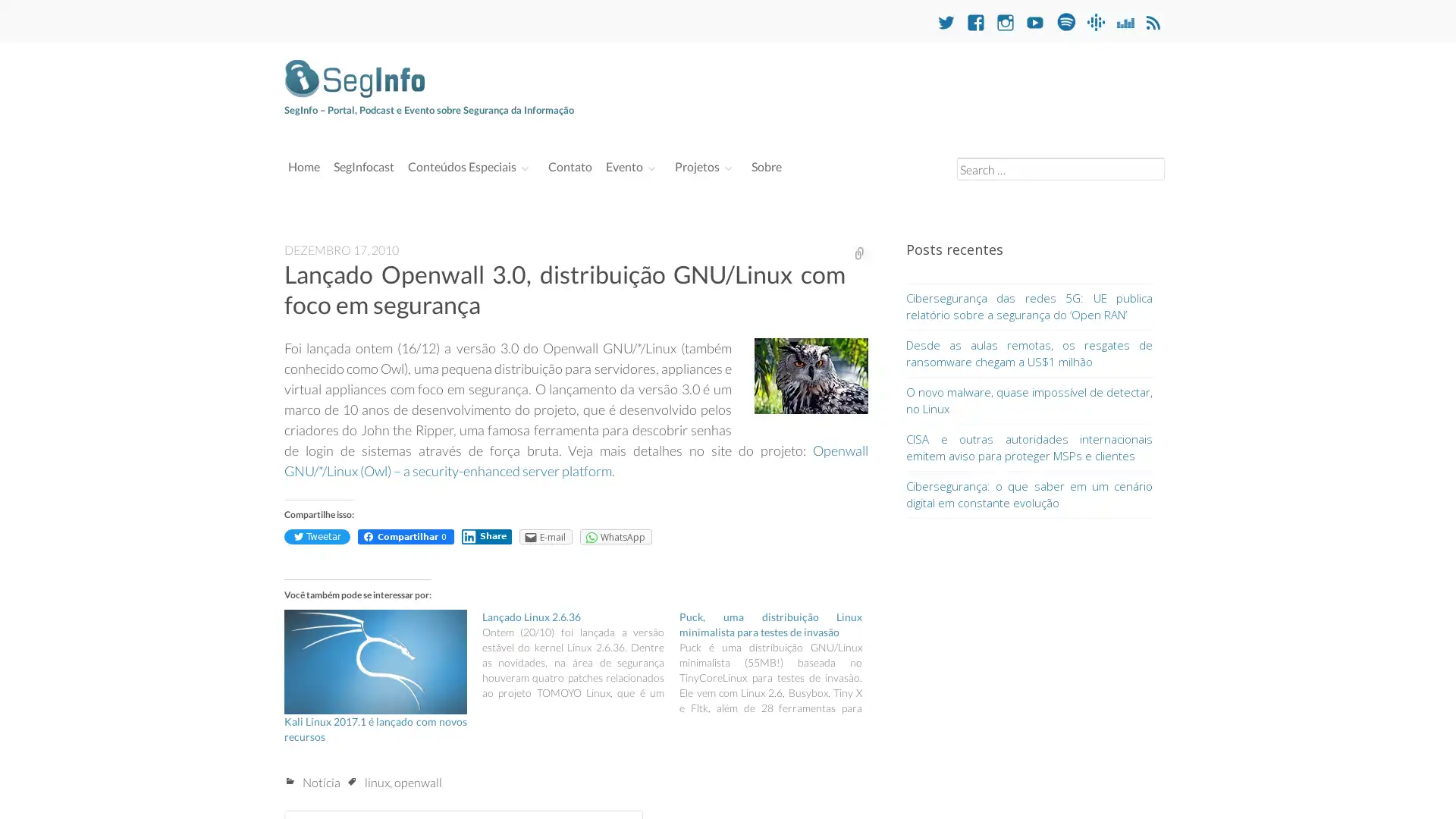 The height and width of the screenshot is (819, 1456). Describe the element at coordinates (486, 536) in the screenshot. I see `Share` at that location.